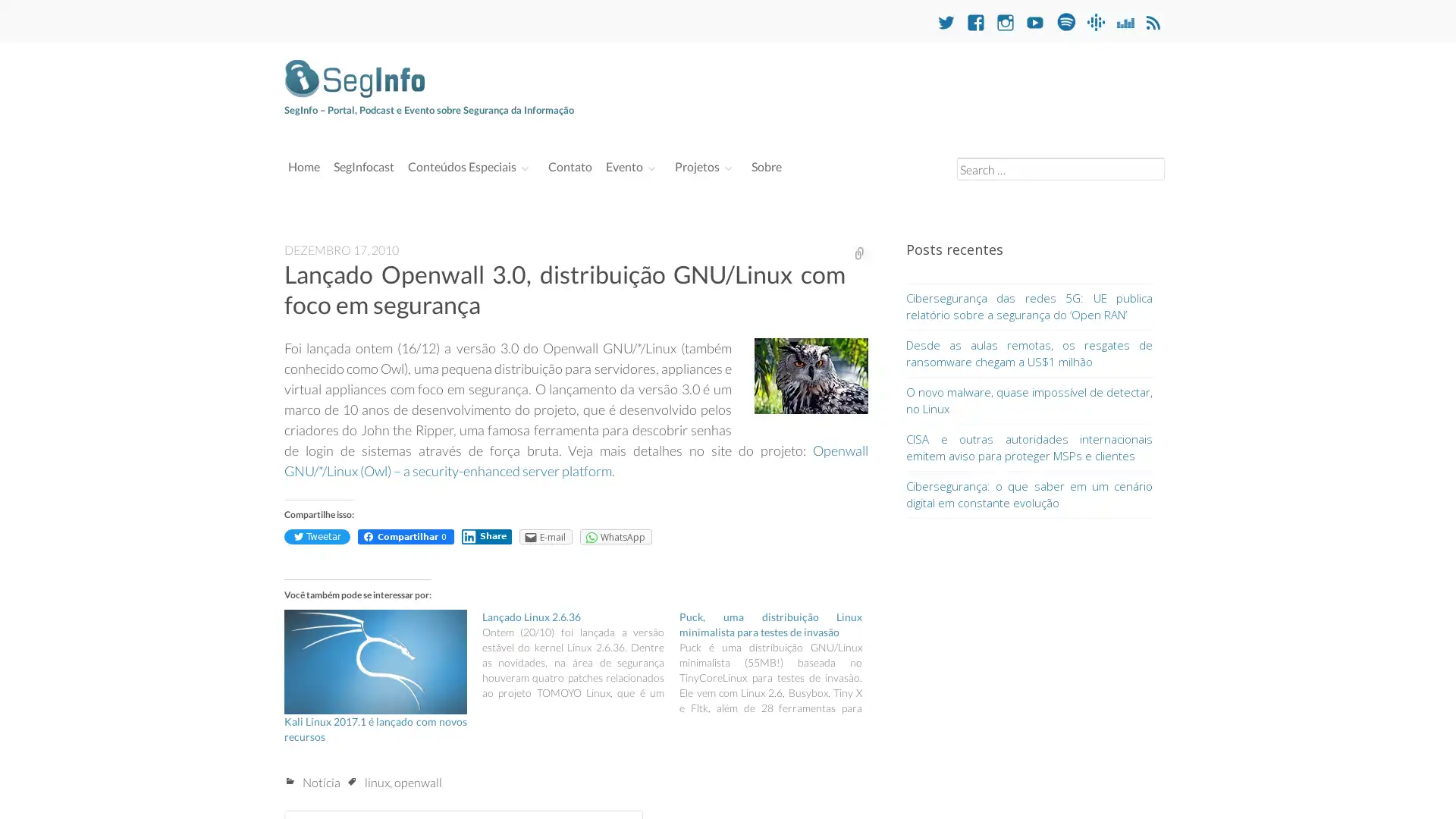 The height and width of the screenshot is (819, 1456). Describe the element at coordinates (486, 536) in the screenshot. I see `Share` at that location.